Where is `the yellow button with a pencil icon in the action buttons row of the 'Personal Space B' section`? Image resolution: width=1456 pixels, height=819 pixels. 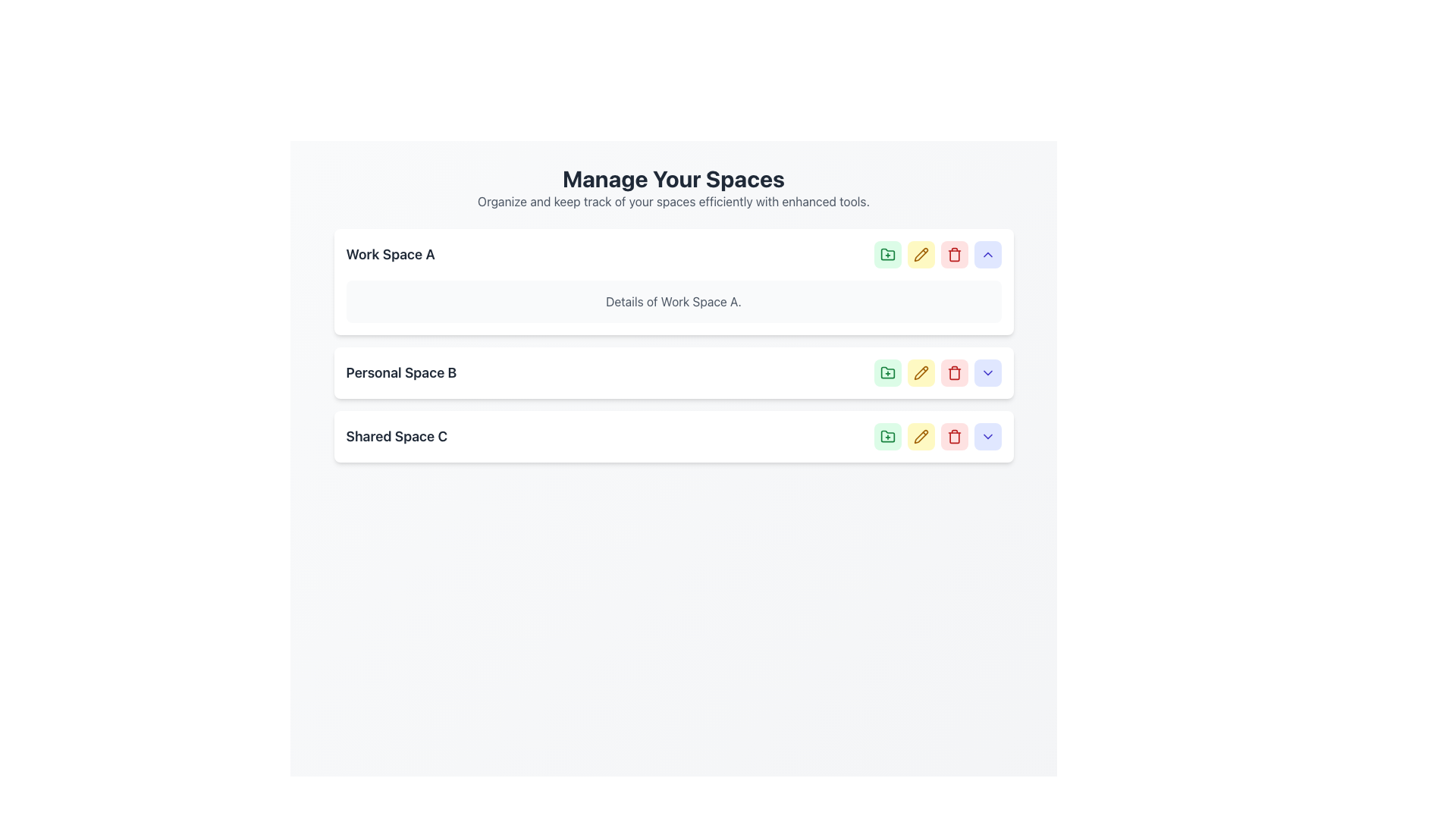
the yellow button with a pencil icon in the action buttons row of the 'Personal Space B' section is located at coordinates (937, 373).